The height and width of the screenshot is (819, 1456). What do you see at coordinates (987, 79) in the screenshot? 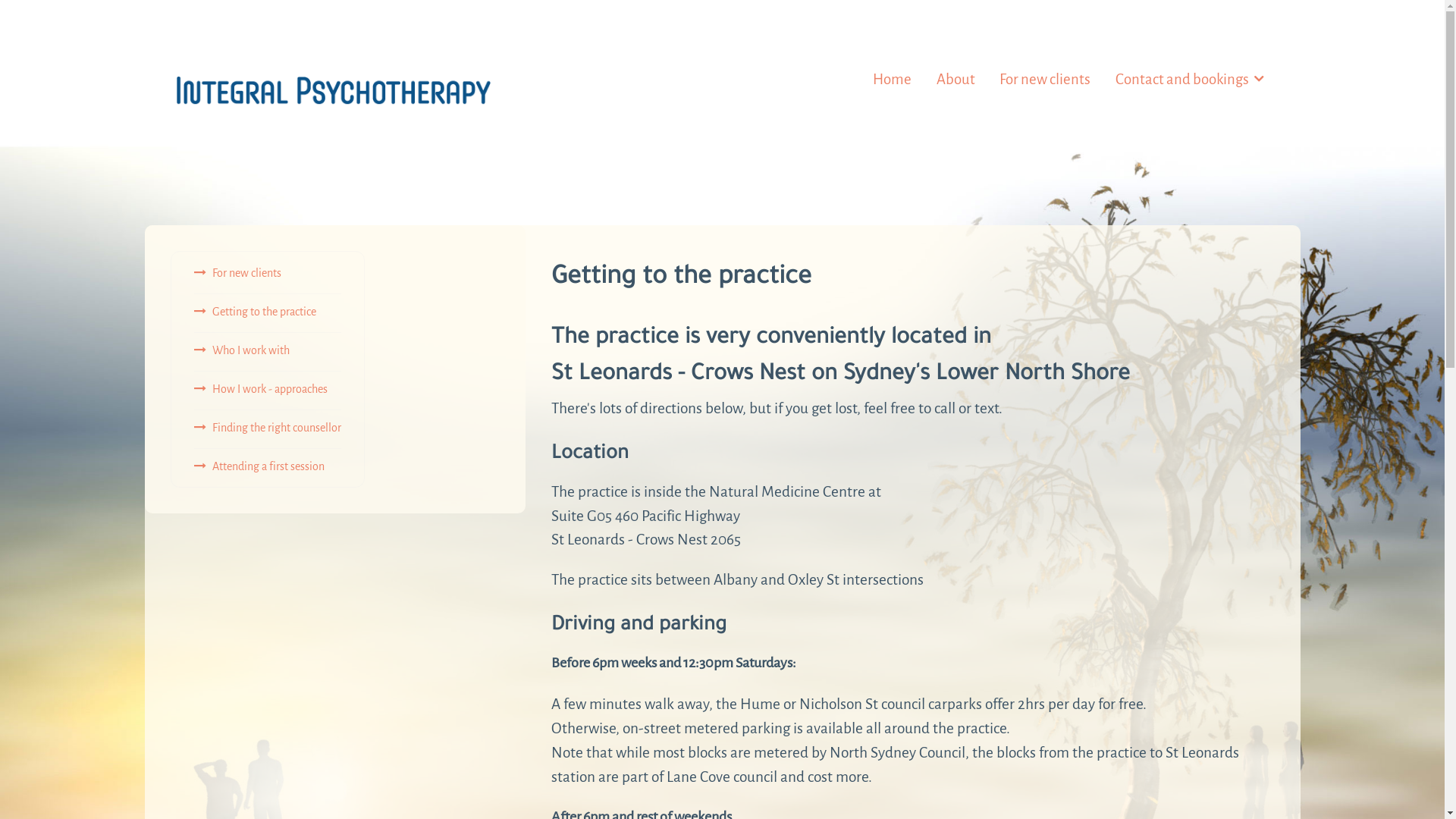
I see `'For new clients'` at bounding box center [987, 79].